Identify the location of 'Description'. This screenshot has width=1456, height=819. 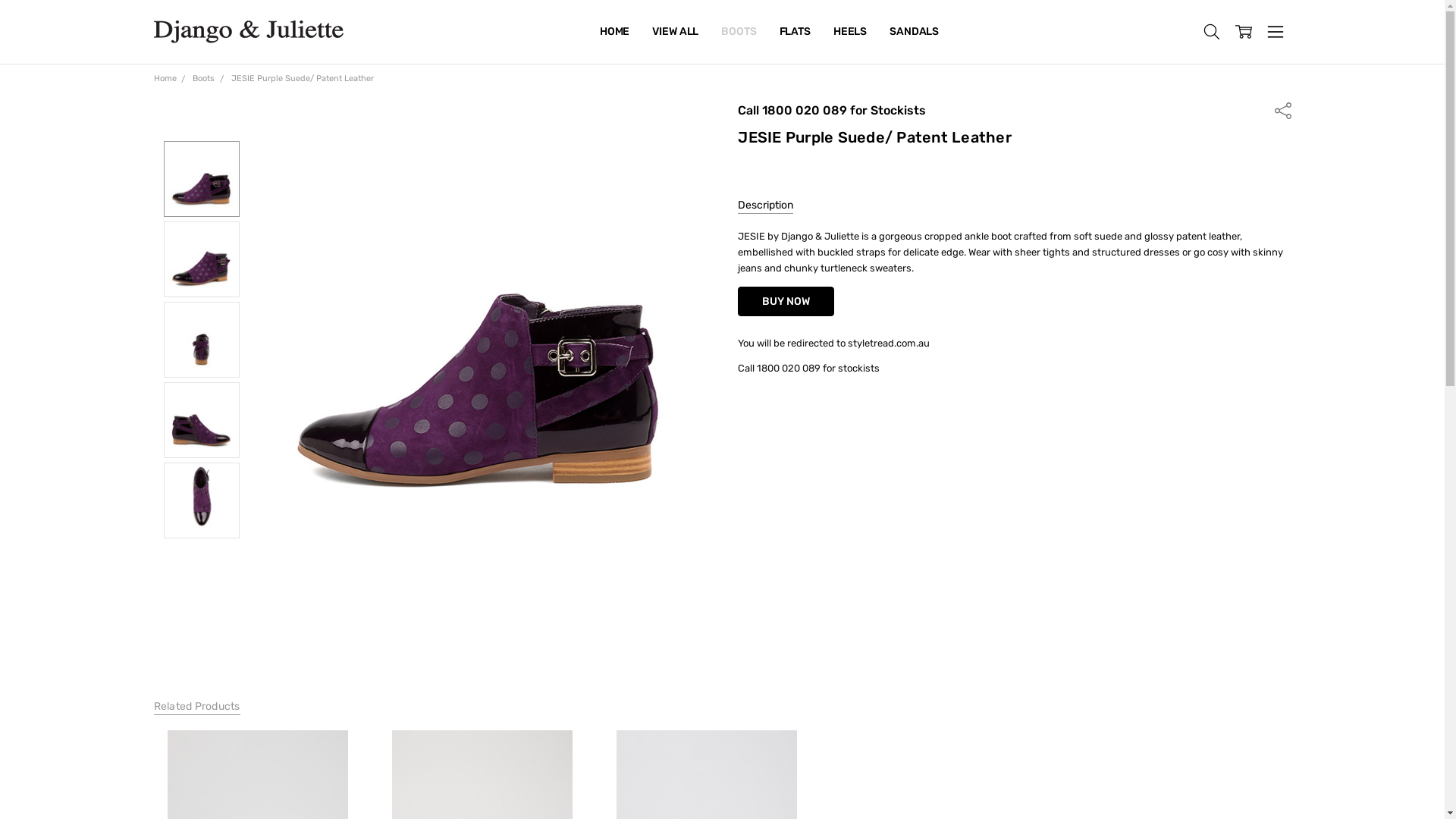
(738, 206).